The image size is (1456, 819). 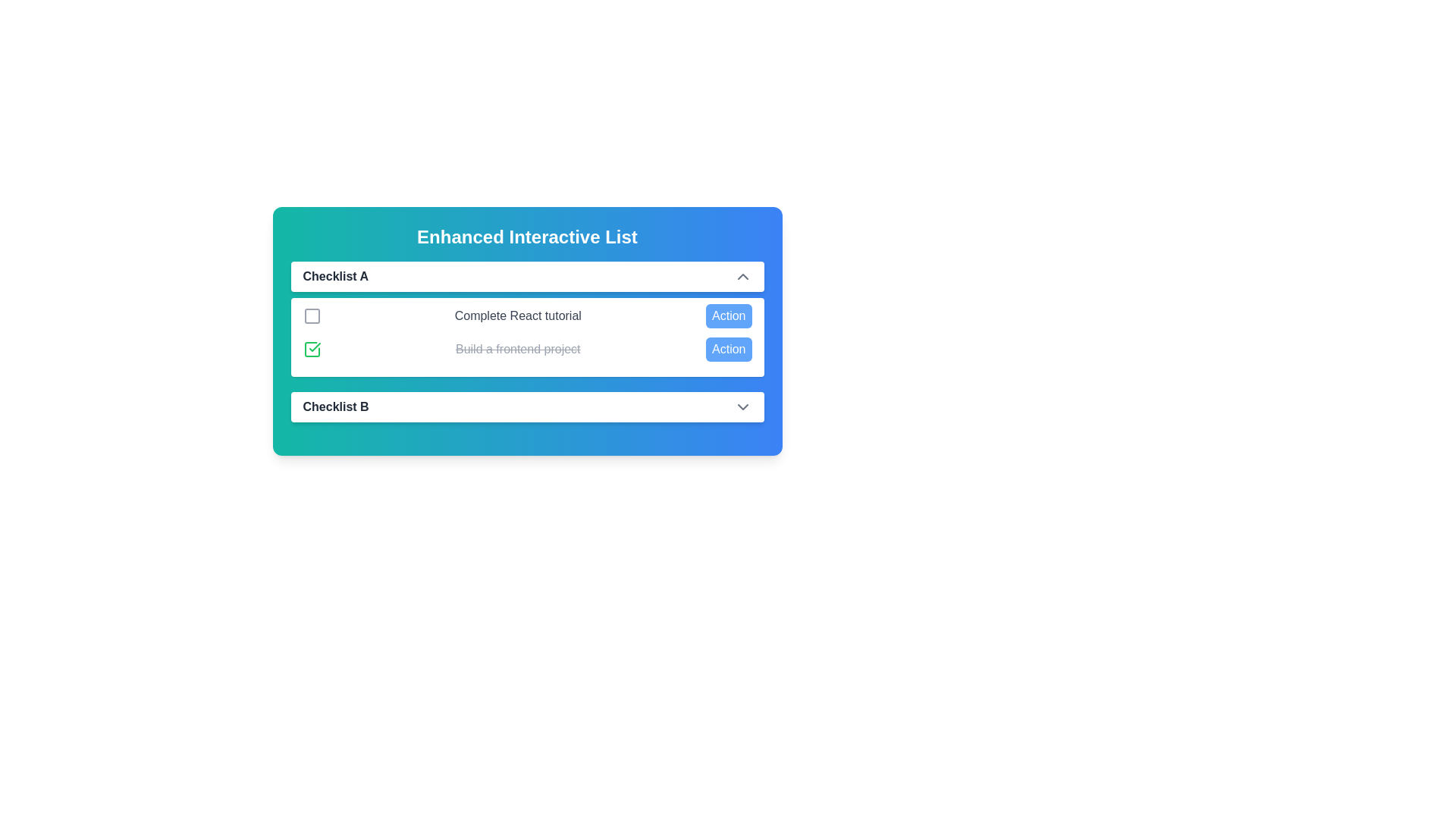 What do you see at coordinates (742, 406) in the screenshot?
I see `the downward-facing chevron icon with a thin, rounded, gray outline located at the far right of the 'Checklist B' area` at bounding box center [742, 406].